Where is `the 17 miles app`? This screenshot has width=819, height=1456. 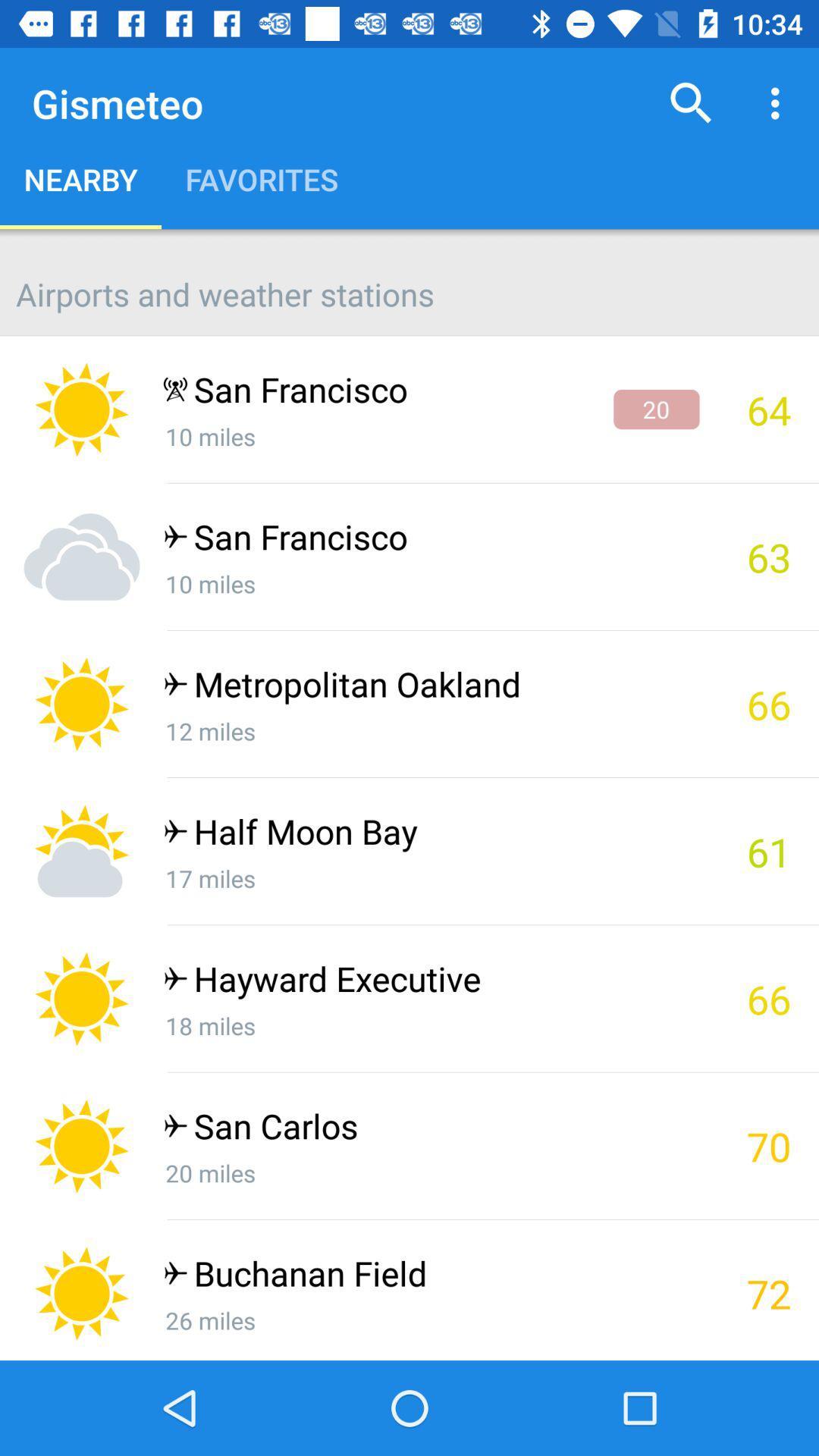 the 17 miles app is located at coordinates (431, 878).